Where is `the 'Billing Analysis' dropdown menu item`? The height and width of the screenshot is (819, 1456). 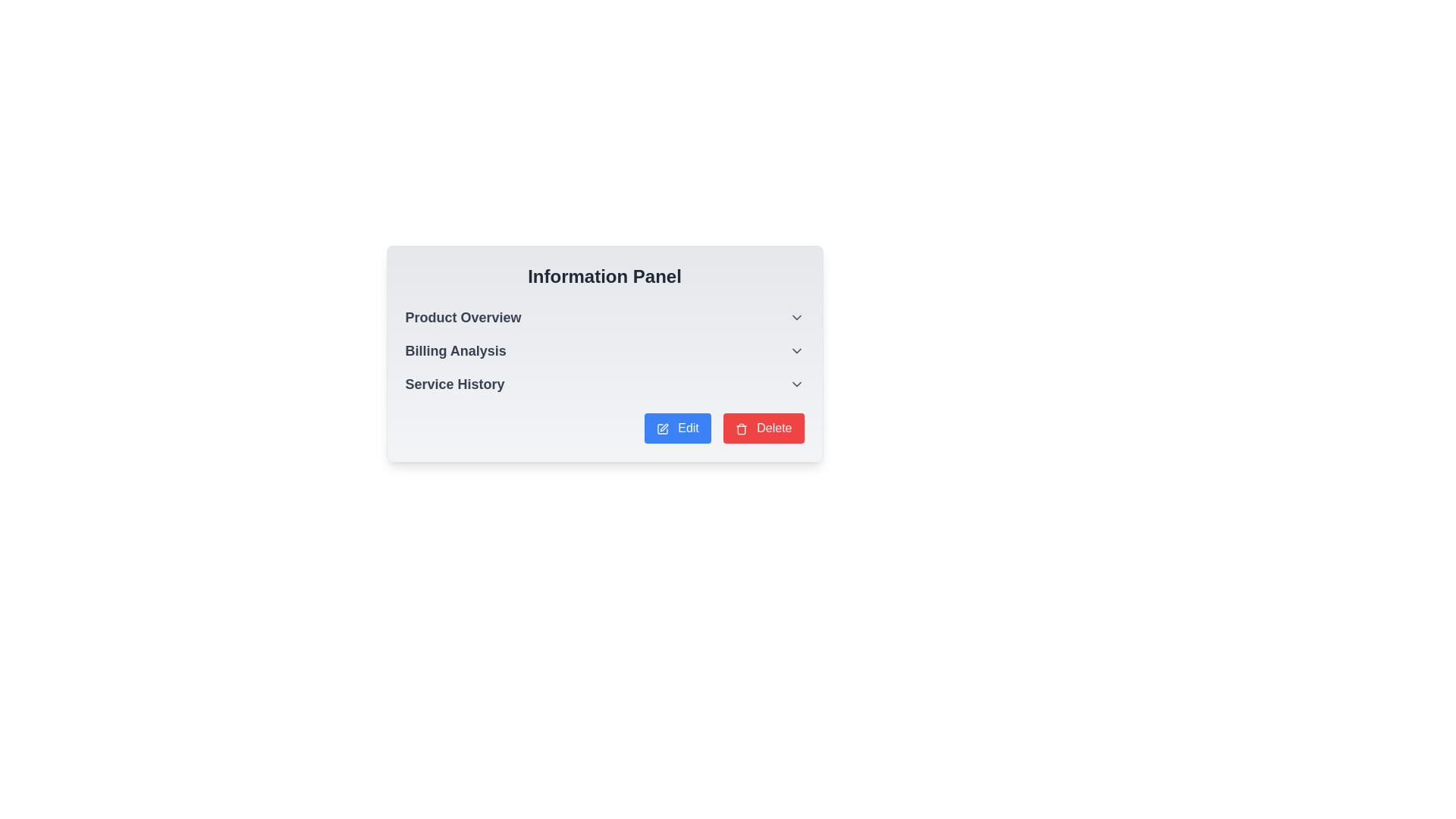 the 'Billing Analysis' dropdown menu item is located at coordinates (604, 350).